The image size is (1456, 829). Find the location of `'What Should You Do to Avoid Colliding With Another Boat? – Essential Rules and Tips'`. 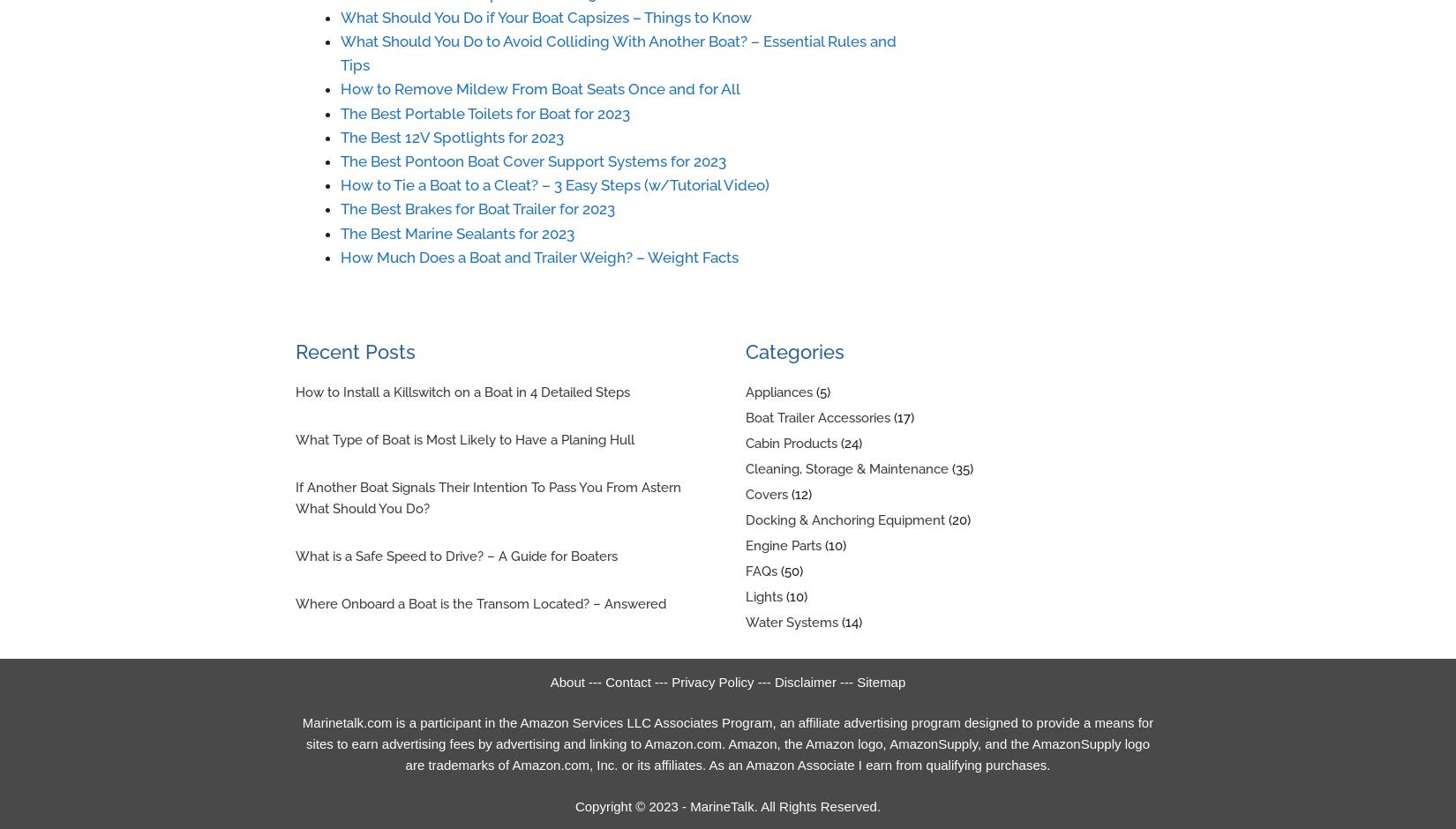

'What Should You Do to Avoid Colliding With Another Boat? – Essential Rules and Tips' is located at coordinates (617, 52).